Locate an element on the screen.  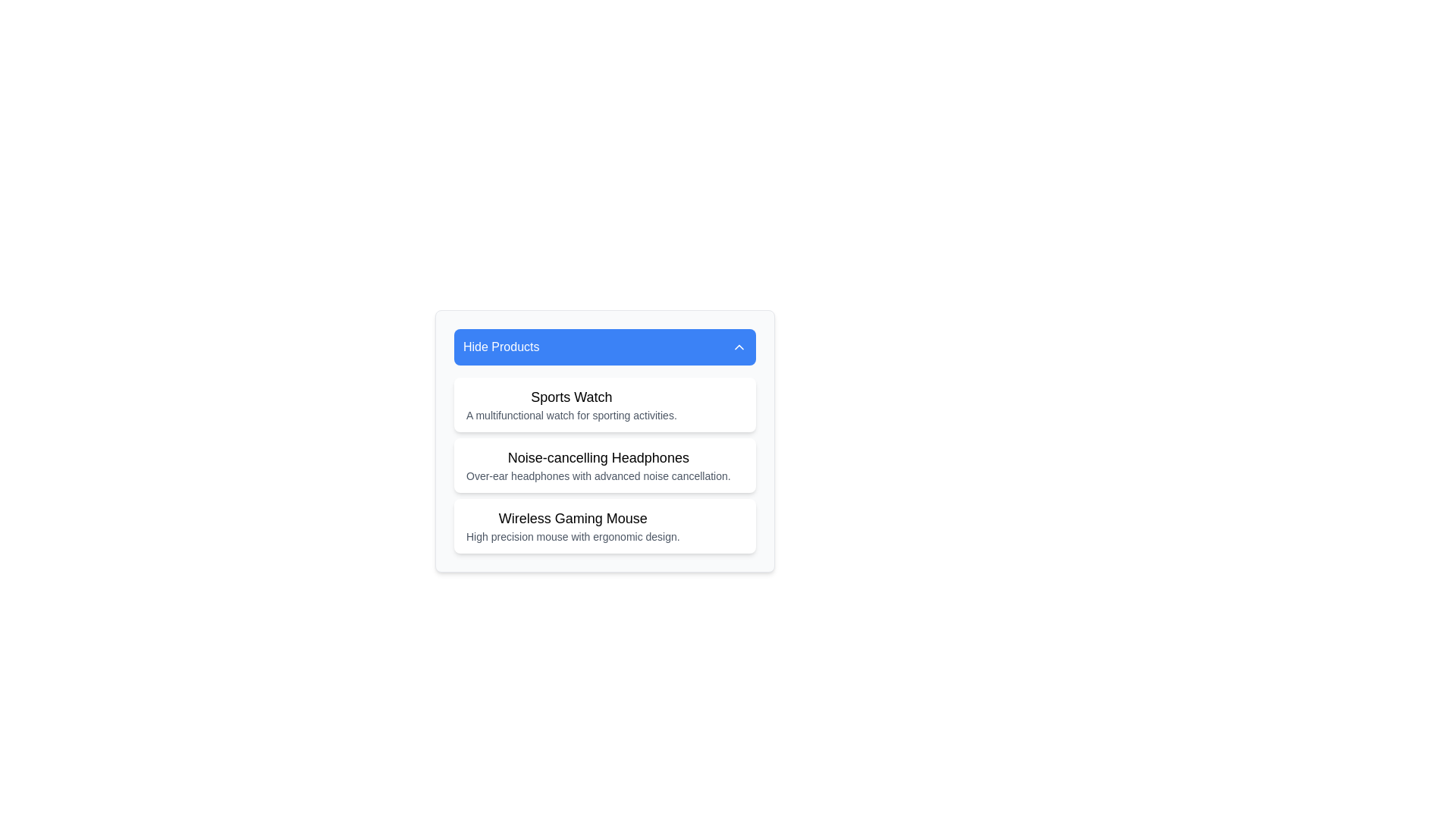
the title text label that identifies the first product card in the list, located above the description 'A multifunctional watch for sporting activities.' is located at coordinates (570, 397).